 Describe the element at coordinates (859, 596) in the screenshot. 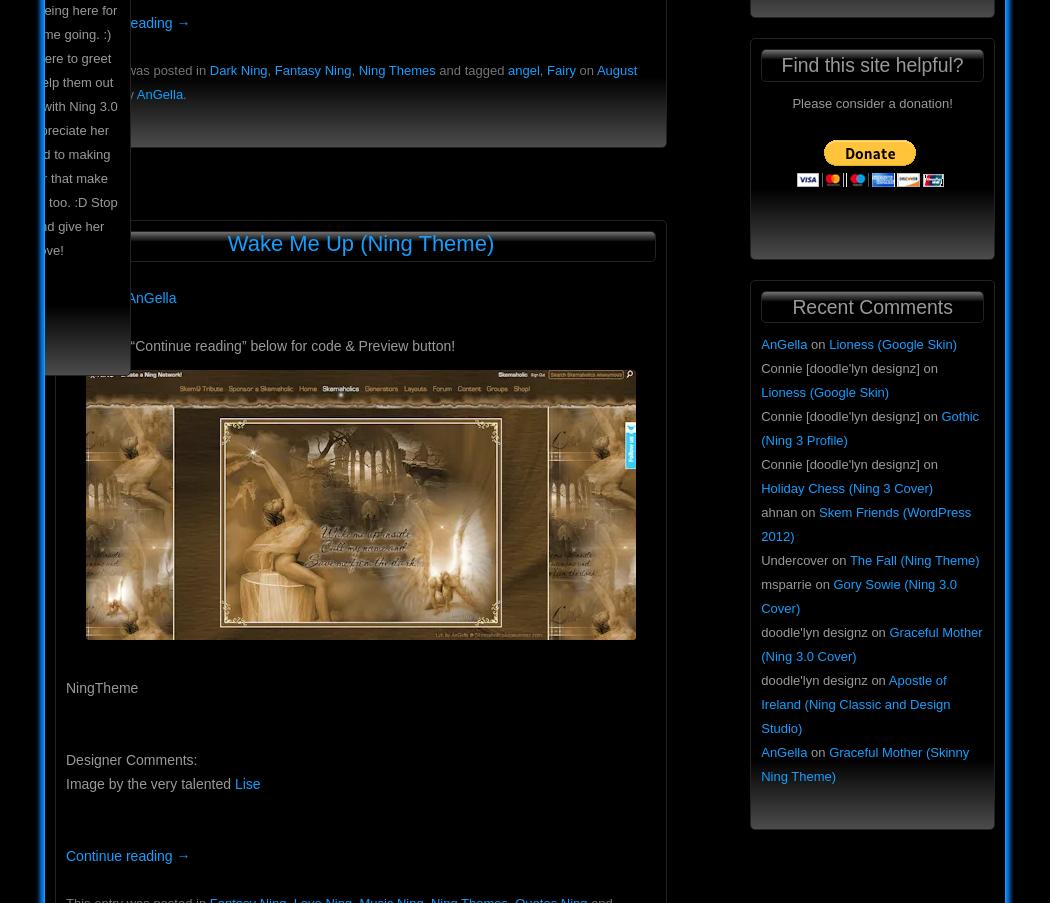

I see `'Gory Sowie (Ning 3.0 Cover)'` at that location.